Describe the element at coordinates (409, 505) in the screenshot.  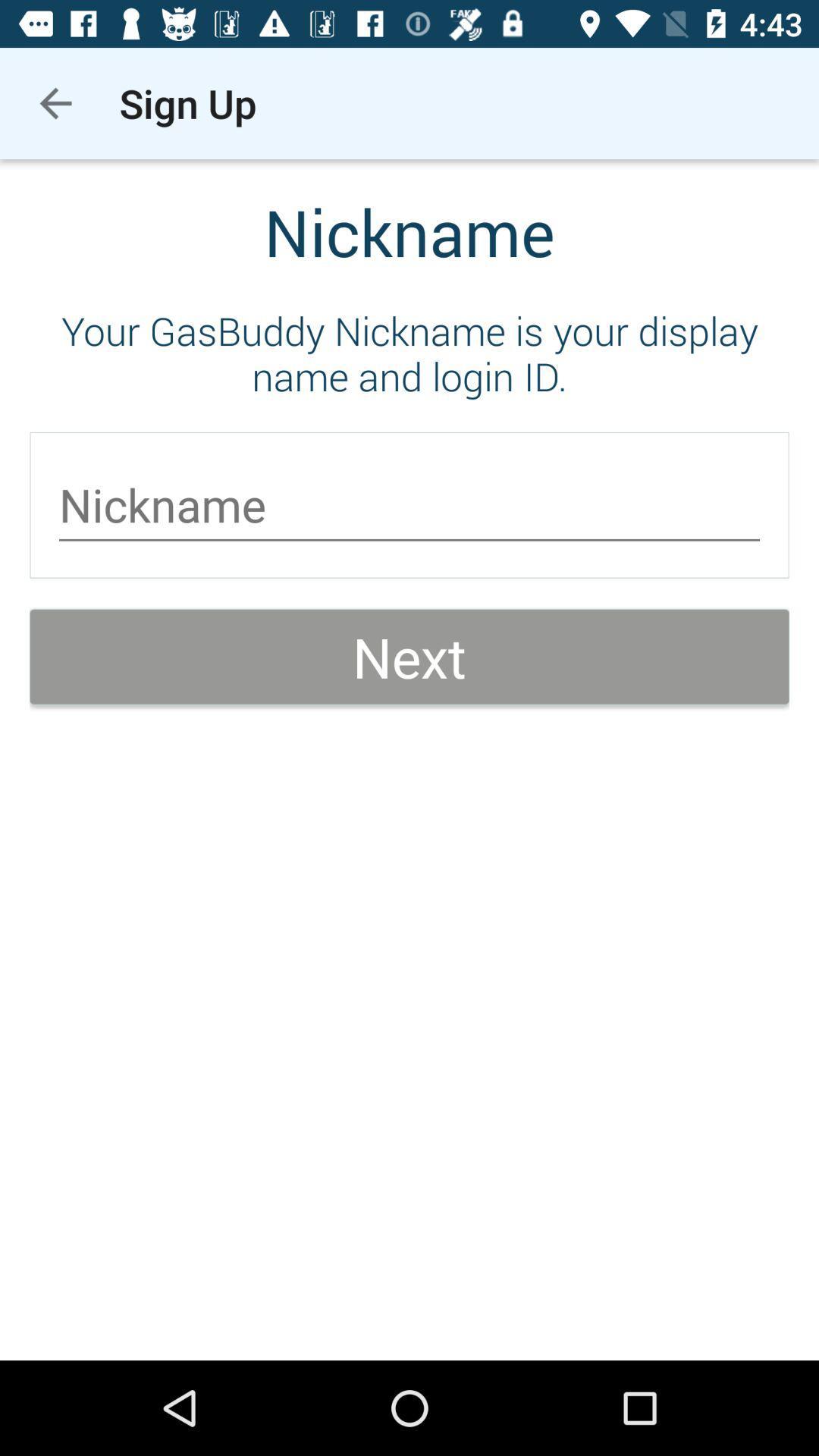
I see `item below the your gasbuddy nickname item` at that location.